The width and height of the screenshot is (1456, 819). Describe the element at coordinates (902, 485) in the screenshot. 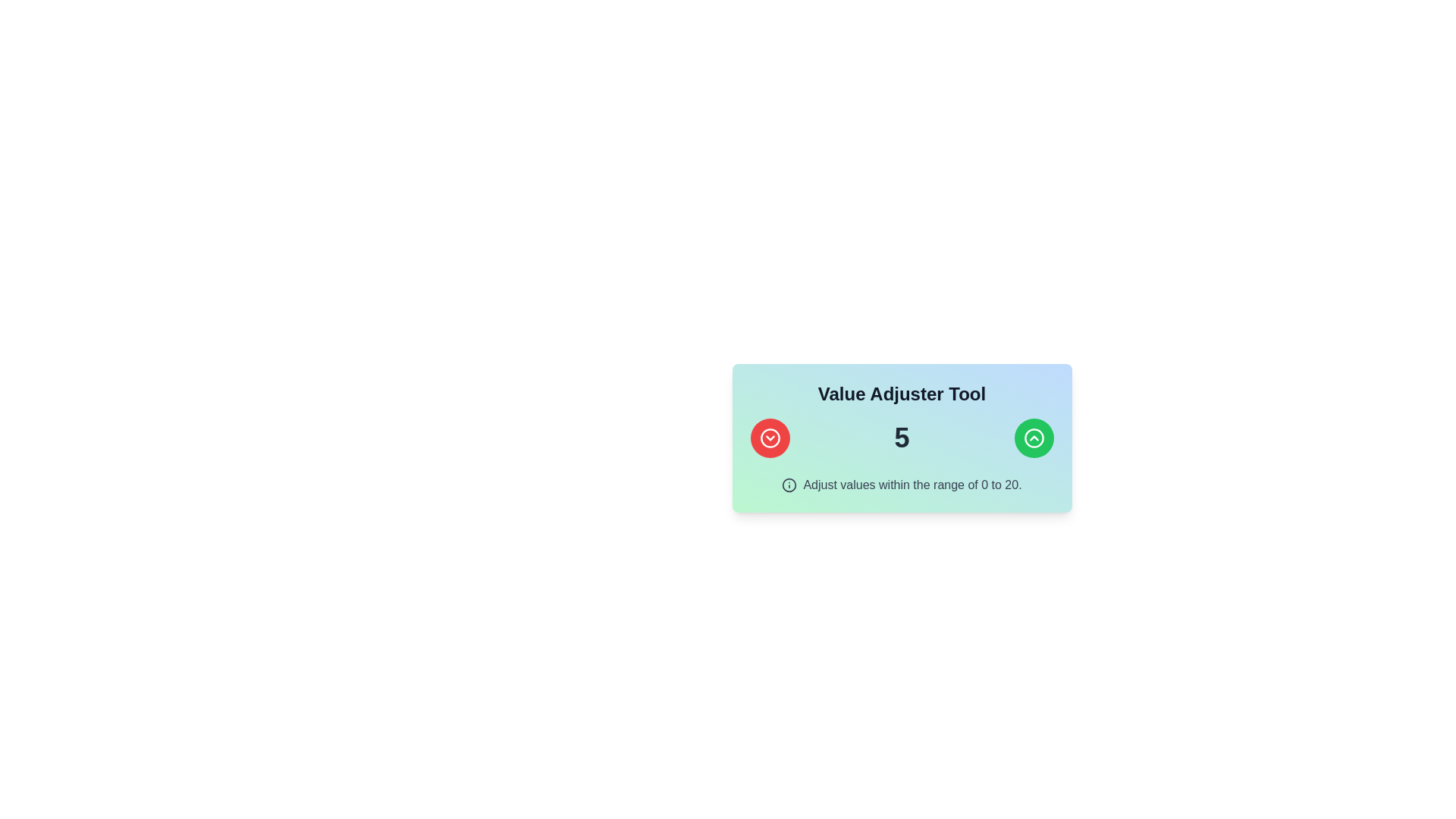

I see `the instructional text label located at the bottom of the 'Value Adjuster Tool' card, which provides guidance on permissible adjustment ranges` at that location.